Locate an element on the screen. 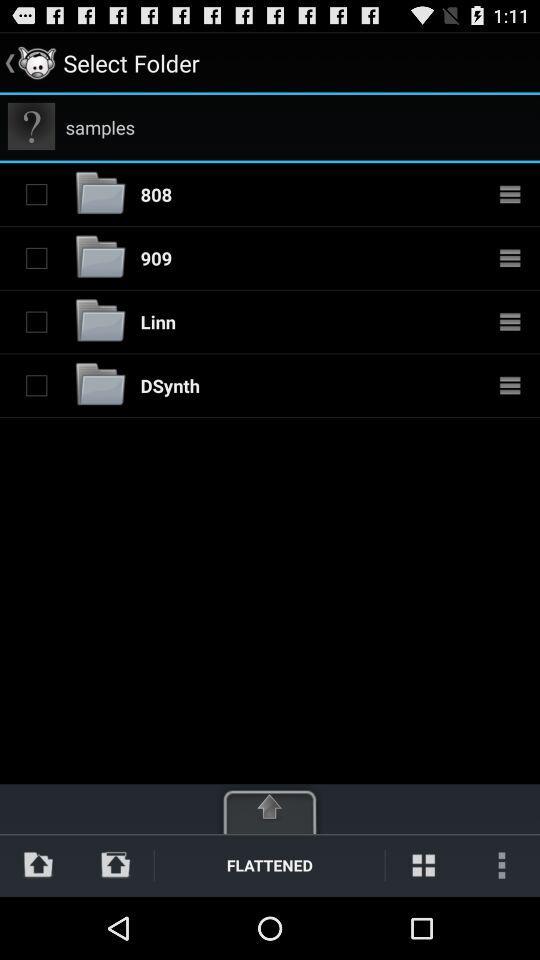 This screenshot has width=540, height=960. folder is located at coordinates (36, 194).